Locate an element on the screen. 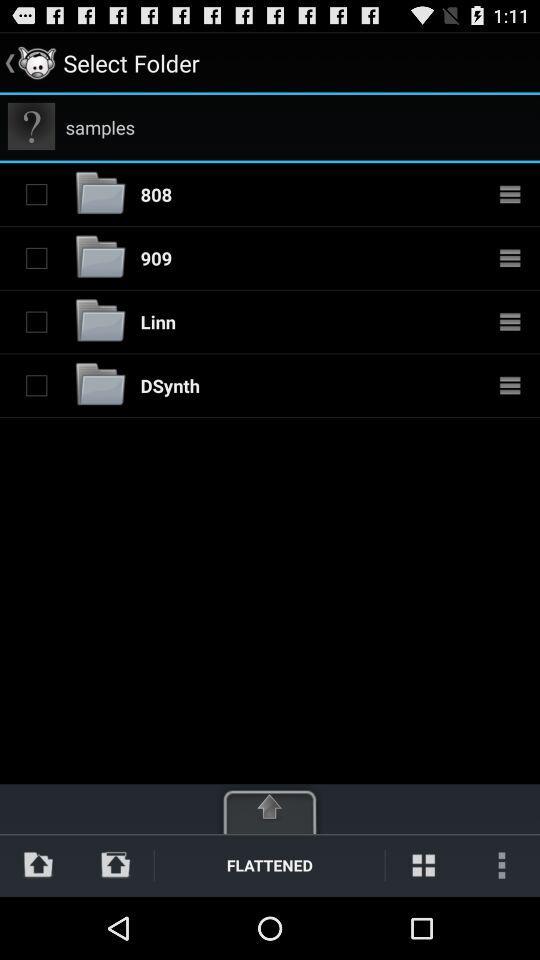 This screenshot has width=540, height=960. folder is located at coordinates (36, 194).